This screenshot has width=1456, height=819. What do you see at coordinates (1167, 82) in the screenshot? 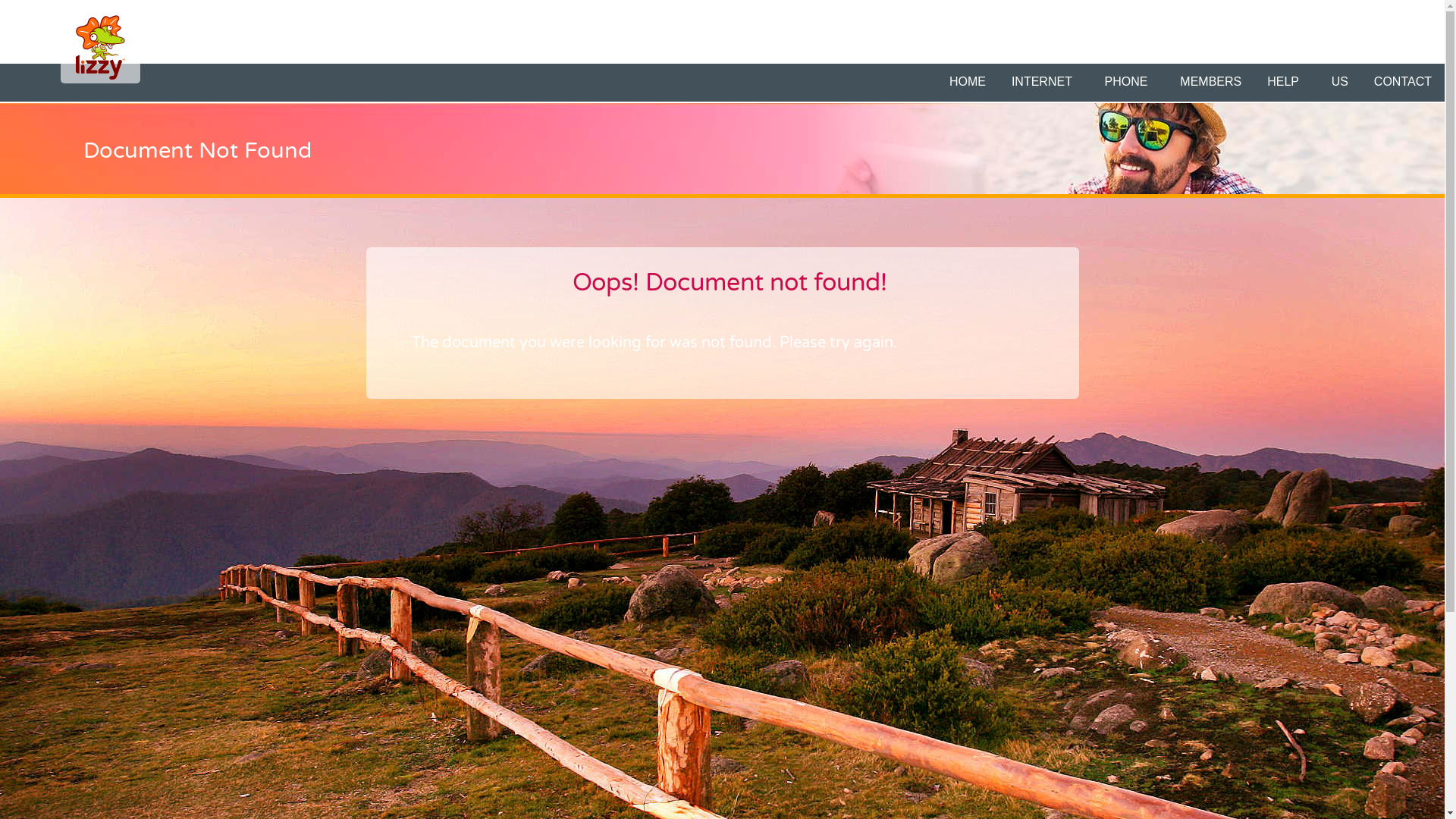
I see `'MEMBERS'` at bounding box center [1167, 82].